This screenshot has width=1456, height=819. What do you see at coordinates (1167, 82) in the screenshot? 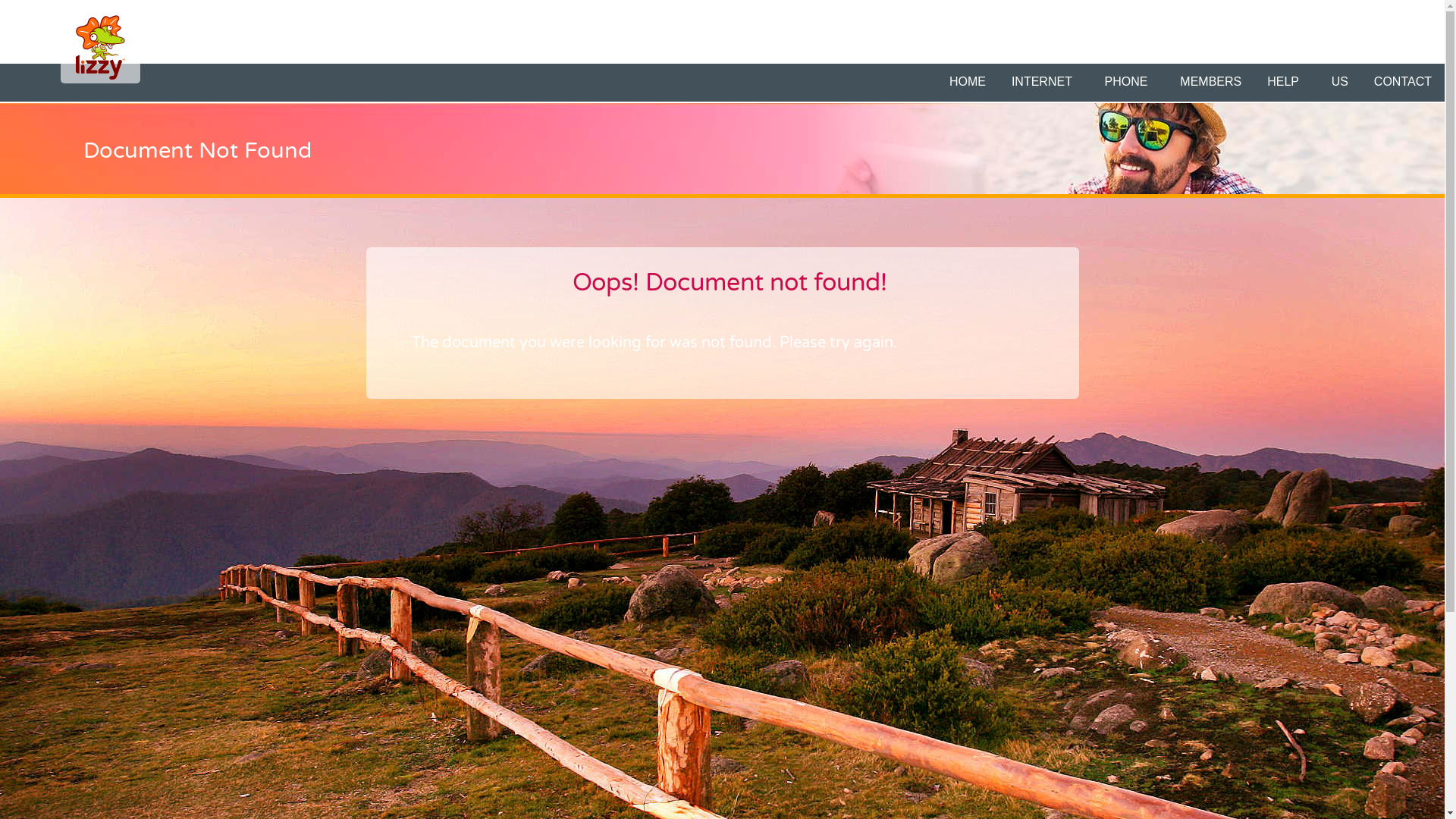
I see `'MEMBERS'` at bounding box center [1167, 82].